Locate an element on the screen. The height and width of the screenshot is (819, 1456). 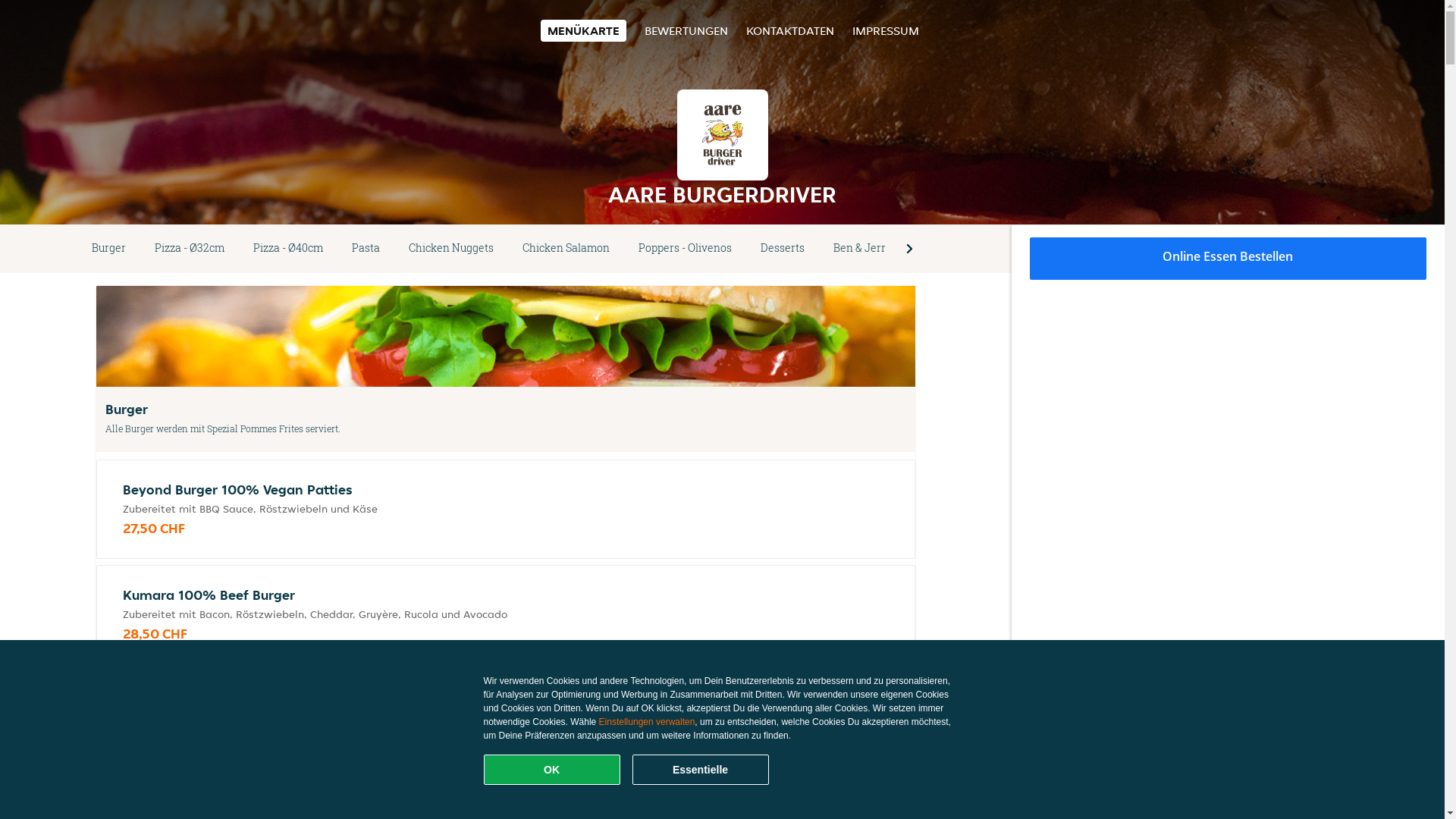
'Chicken Salamon' is located at coordinates (508, 247).